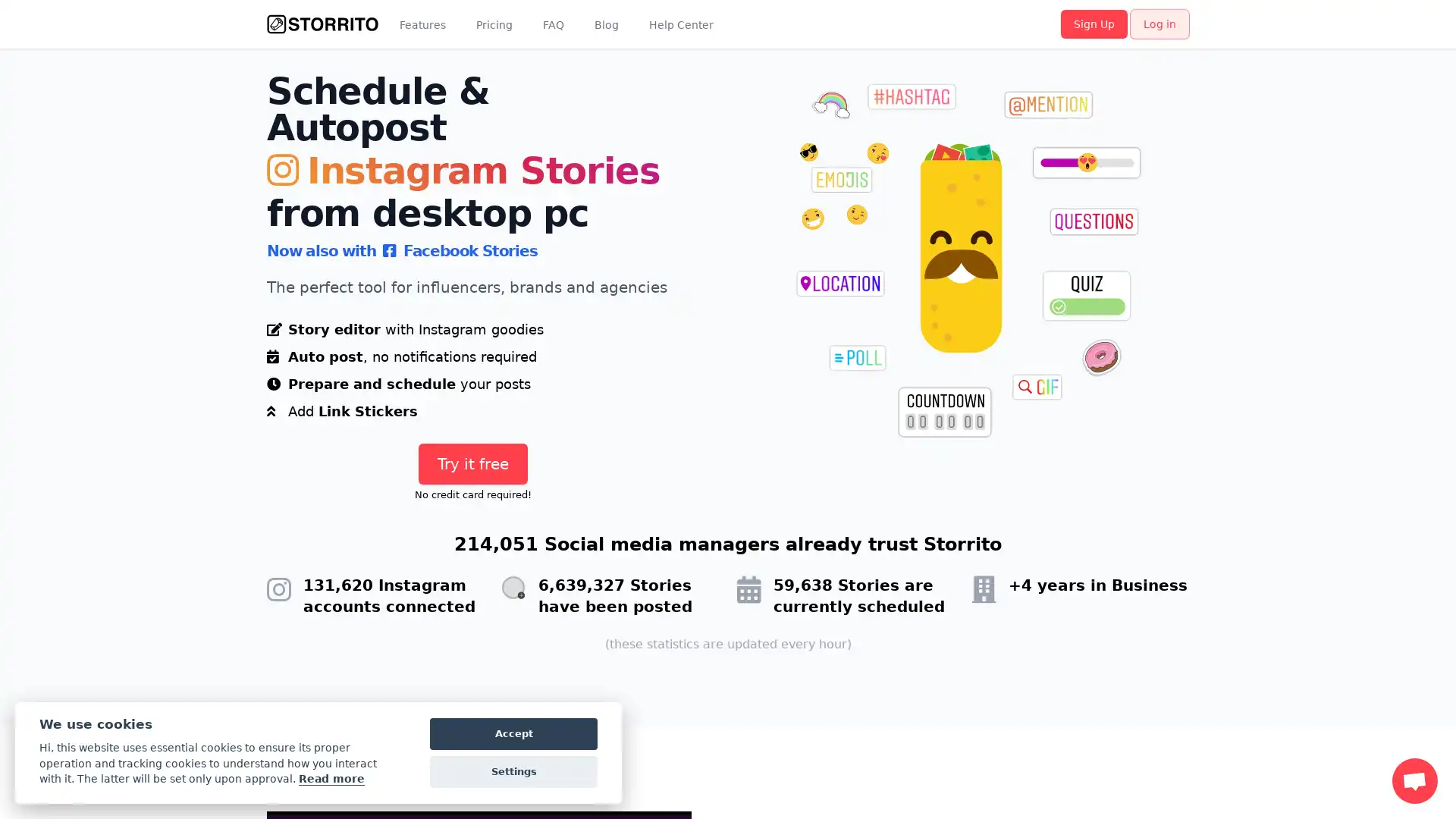 The image size is (1456, 819). I want to click on Settings, so click(513, 772).